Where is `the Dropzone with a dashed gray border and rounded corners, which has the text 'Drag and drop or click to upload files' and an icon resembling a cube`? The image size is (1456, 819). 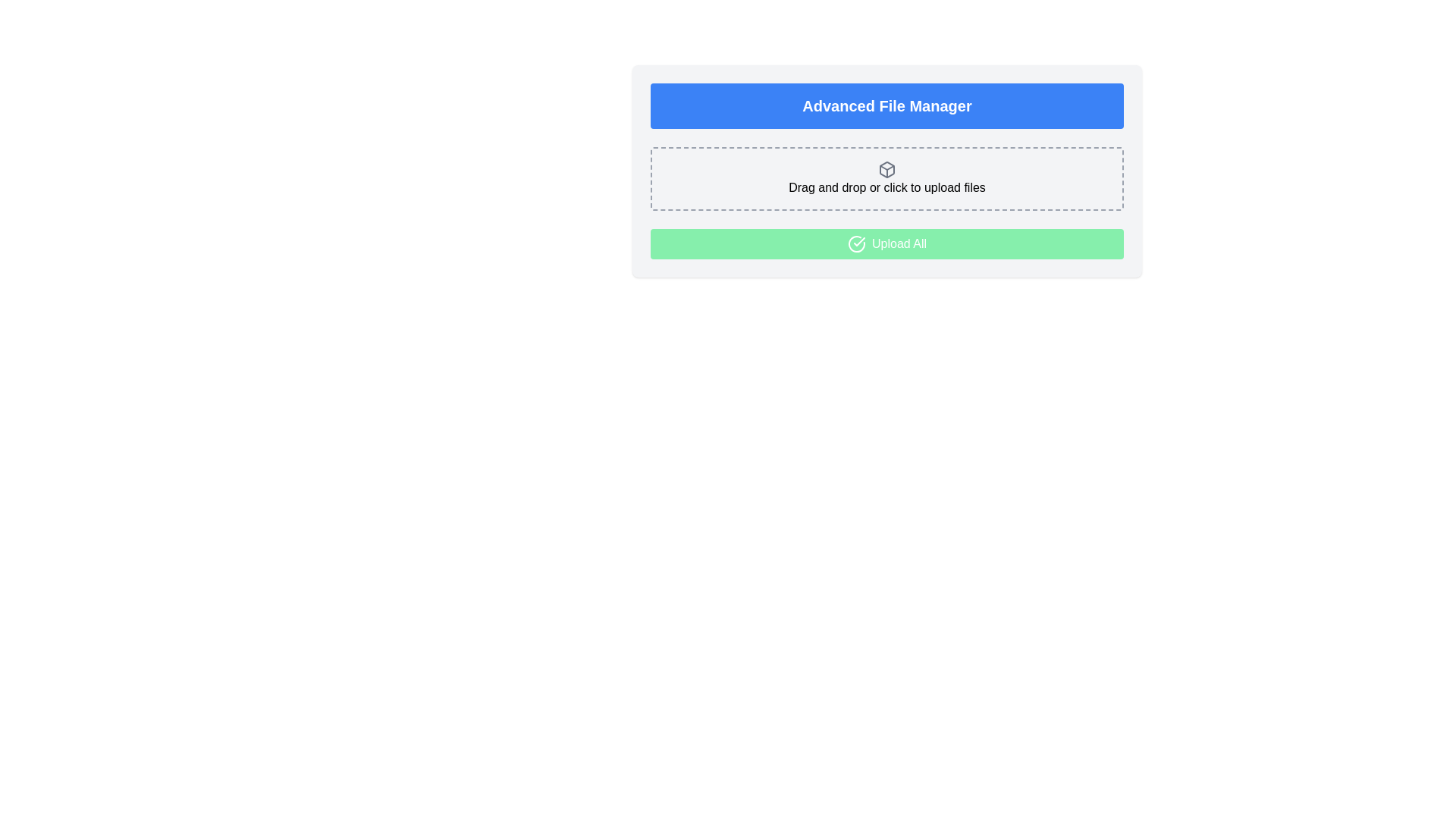
the Dropzone with a dashed gray border and rounded corners, which has the text 'Drag and drop or click to upload files' and an icon resembling a cube is located at coordinates (887, 177).